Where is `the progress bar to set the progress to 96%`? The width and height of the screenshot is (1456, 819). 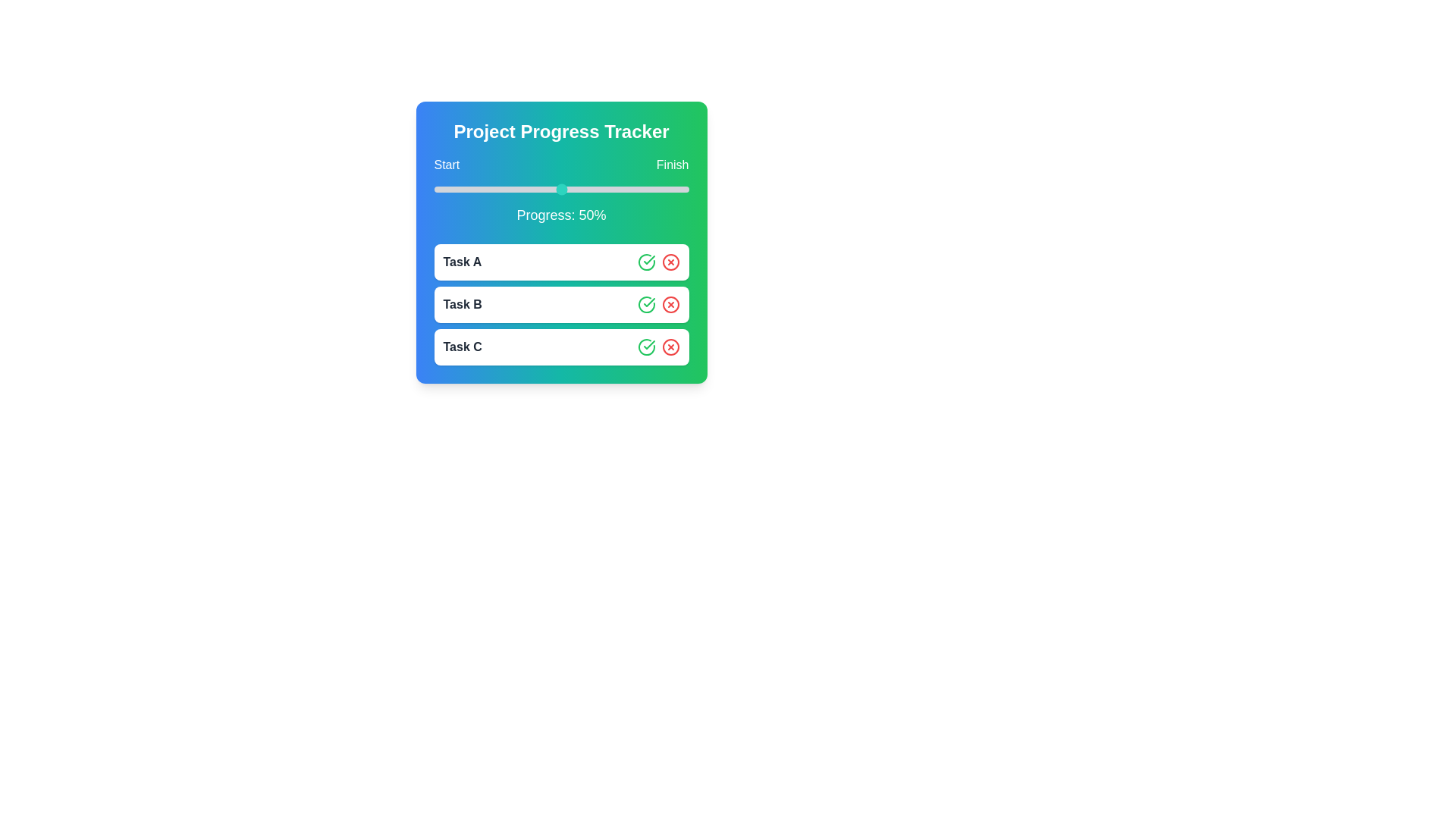
the progress bar to set the progress to 96% is located at coordinates (678, 189).